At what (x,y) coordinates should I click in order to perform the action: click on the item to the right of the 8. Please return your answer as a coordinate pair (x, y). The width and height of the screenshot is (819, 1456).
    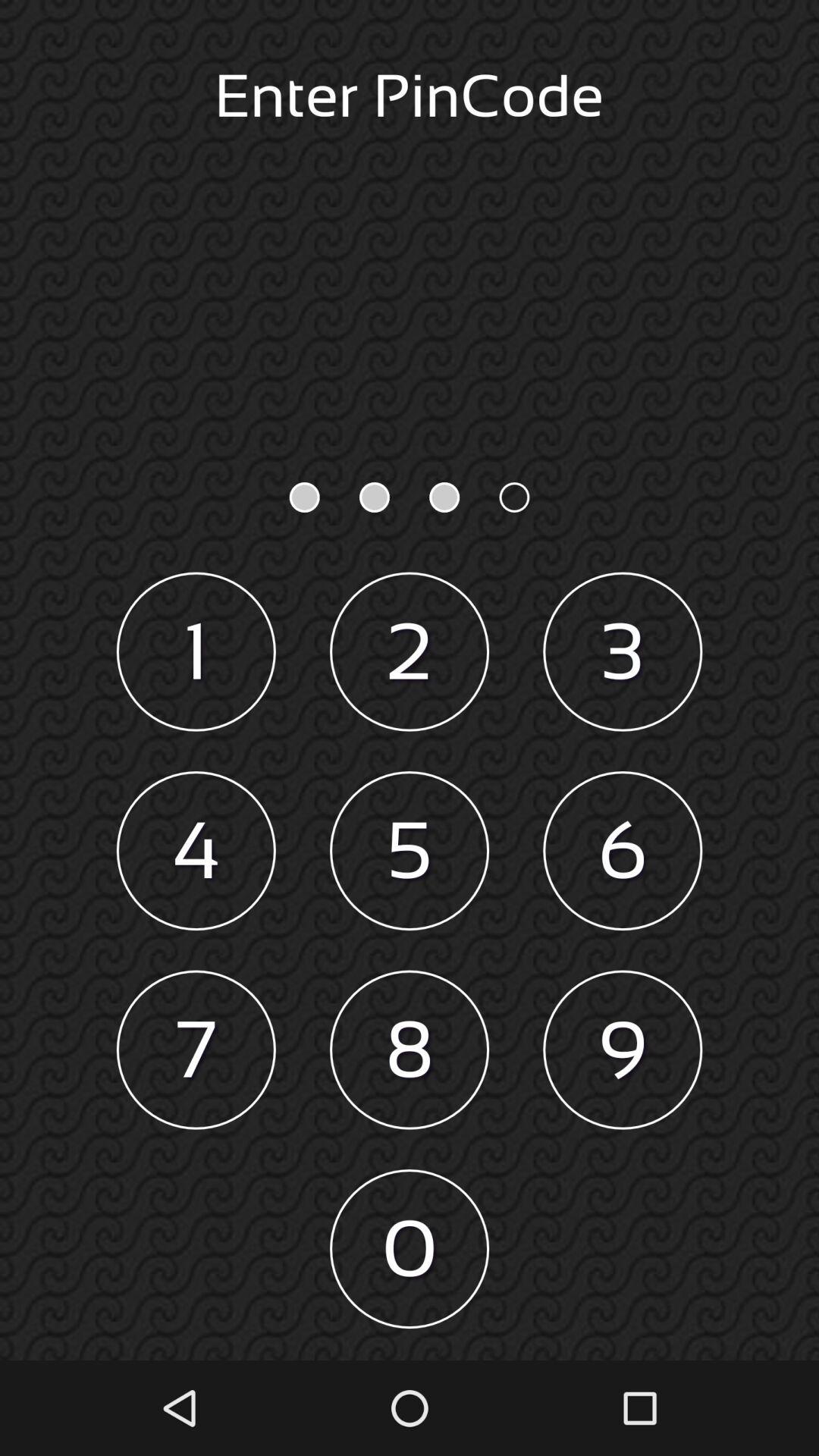
    Looking at the image, I should click on (623, 1049).